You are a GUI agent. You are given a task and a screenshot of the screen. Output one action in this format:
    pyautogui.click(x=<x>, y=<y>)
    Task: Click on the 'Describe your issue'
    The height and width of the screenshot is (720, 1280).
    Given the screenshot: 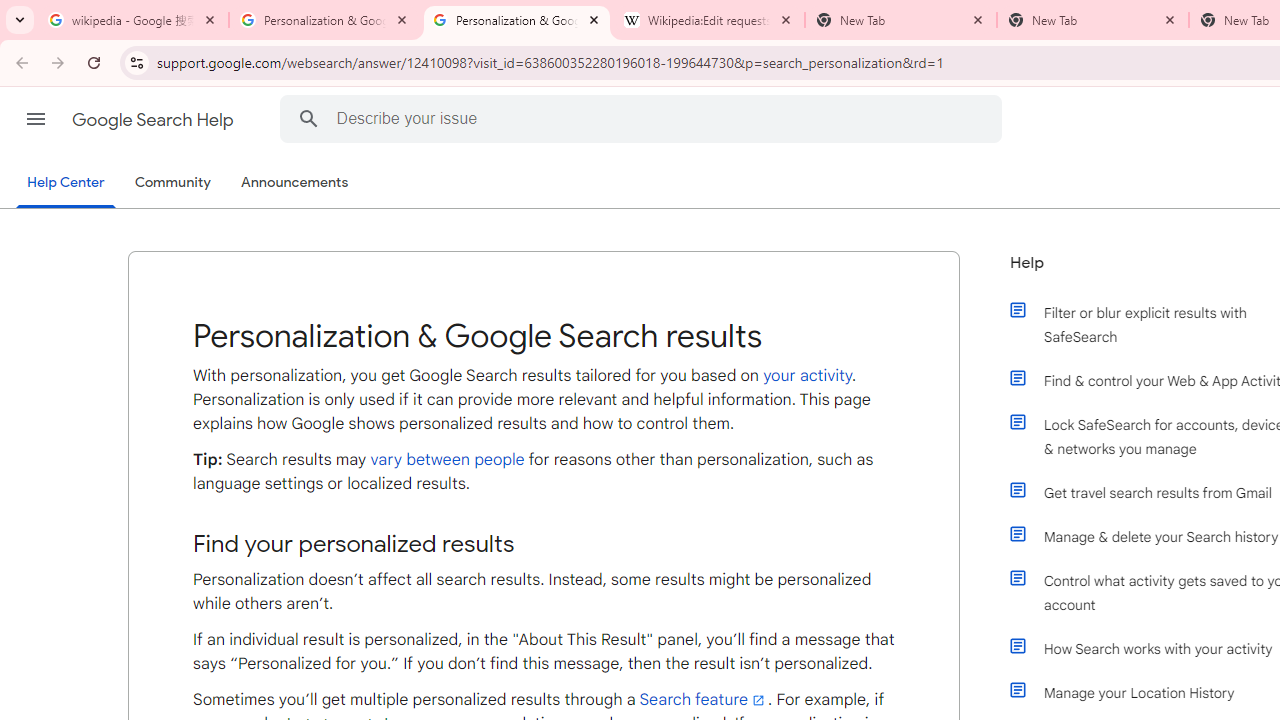 What is the action you would take?
    pyautogui.click(x=643, y=118)
    